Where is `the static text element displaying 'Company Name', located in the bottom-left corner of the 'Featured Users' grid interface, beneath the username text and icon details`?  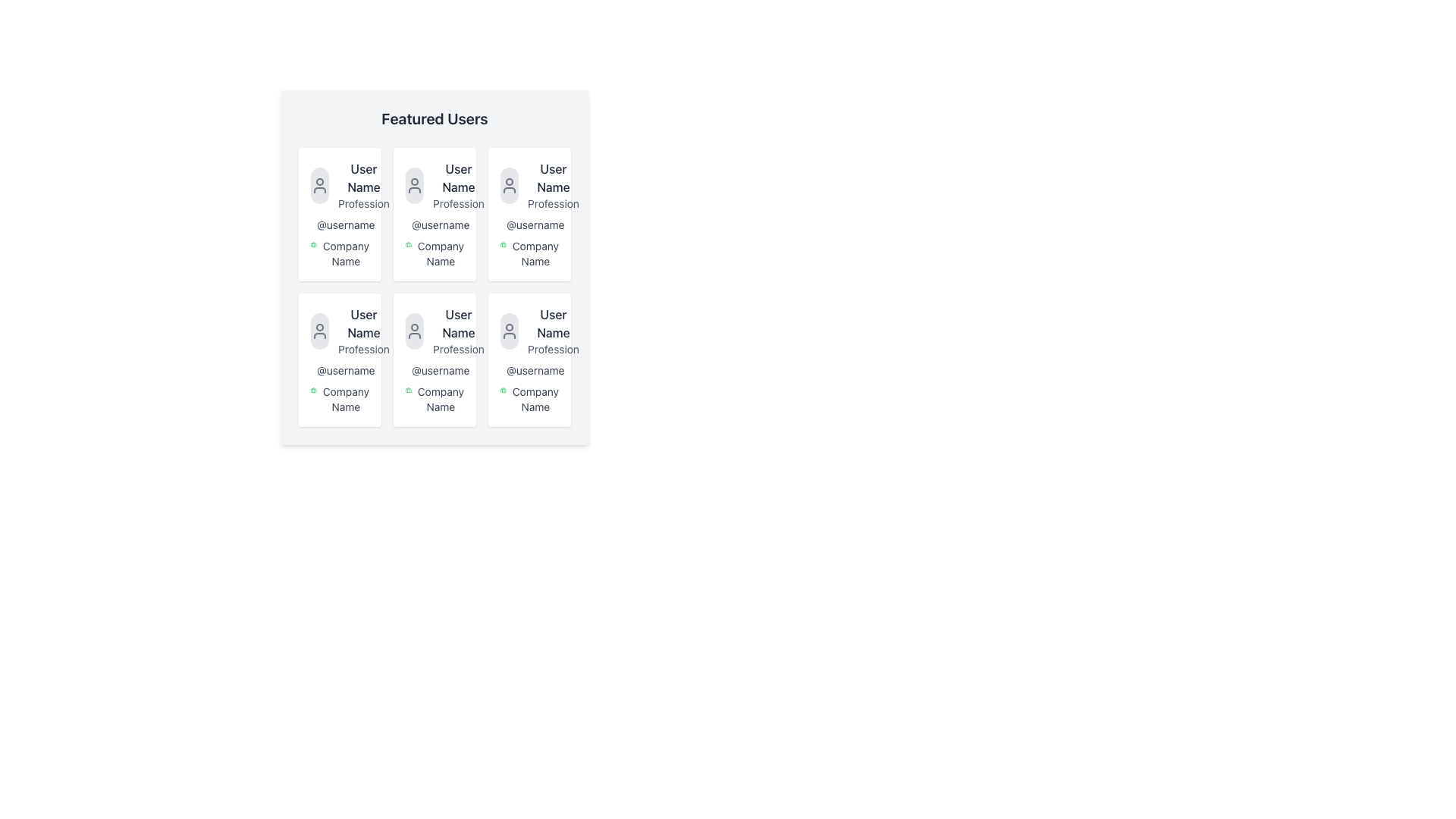
the static text element displaying 'Company Name', located in the bottom-left corner of the 'Featured Users' grid interface, beneath the username text and icon details is located at coordinates (345, 399).